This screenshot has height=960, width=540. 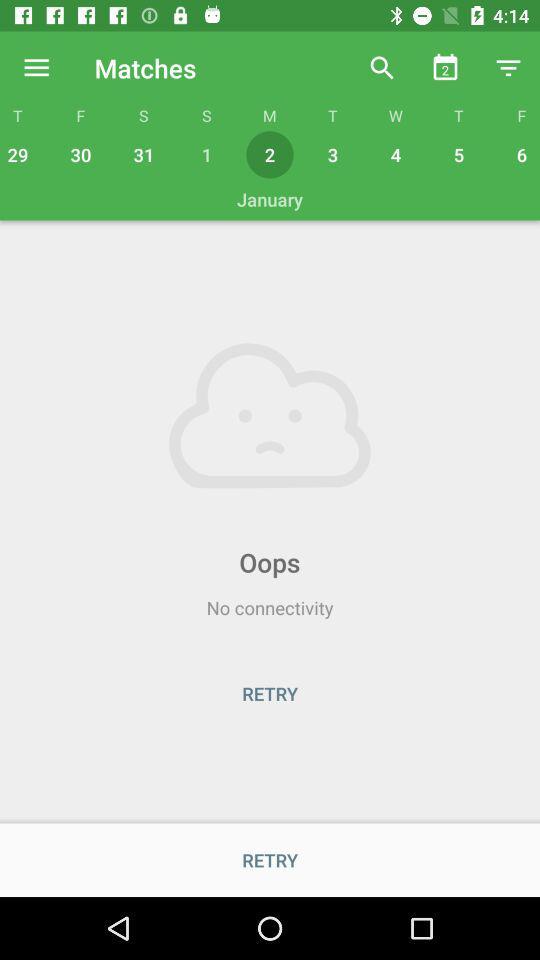 I want to click on the item above the january item, so click(x=19, y=153).